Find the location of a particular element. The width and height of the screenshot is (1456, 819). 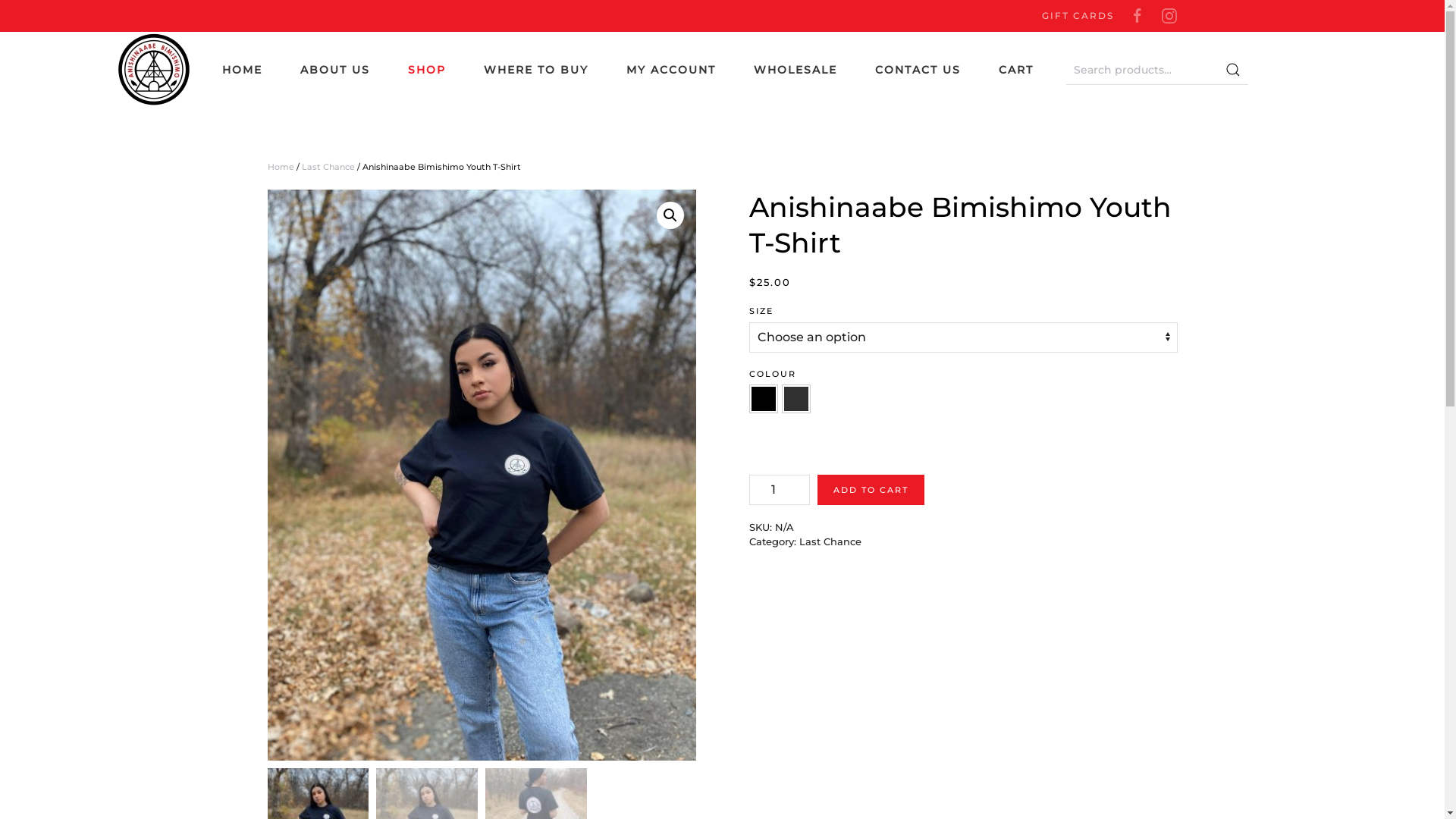

'HOME' is located at coordinates (240, 70).